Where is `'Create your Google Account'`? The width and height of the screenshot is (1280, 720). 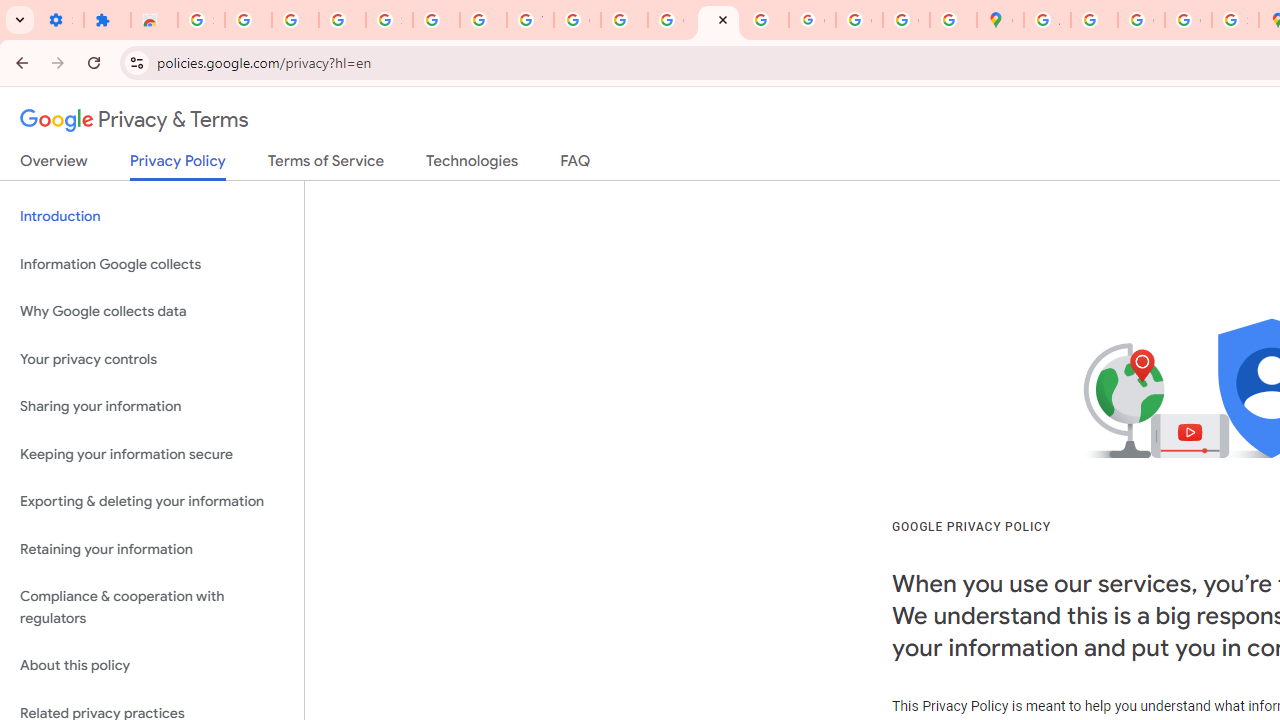 'Create your Google Account' is located at coordinates (1141, 20).